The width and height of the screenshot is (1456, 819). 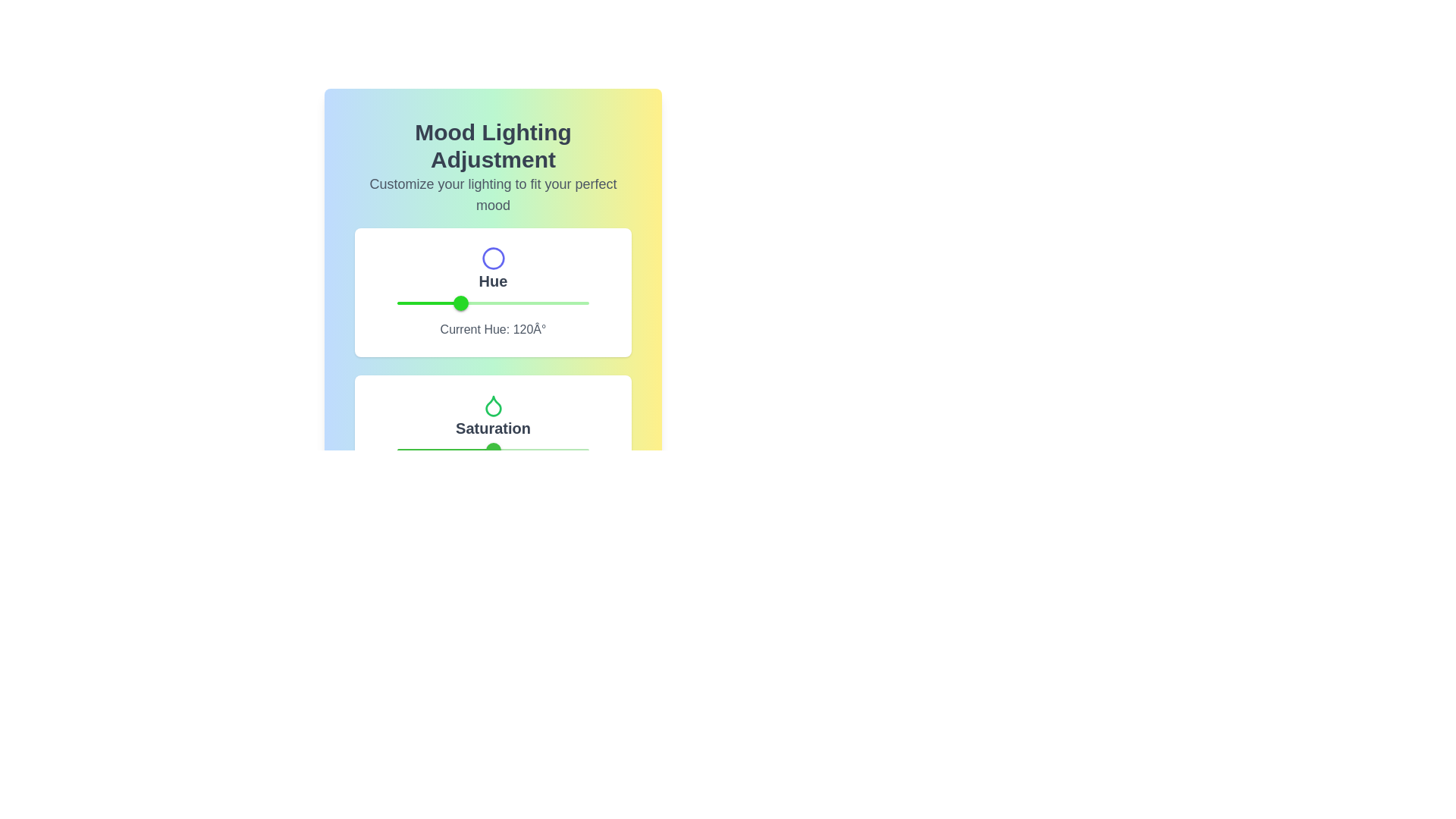 I want to click on the saturation, so click(x=557, y=450).